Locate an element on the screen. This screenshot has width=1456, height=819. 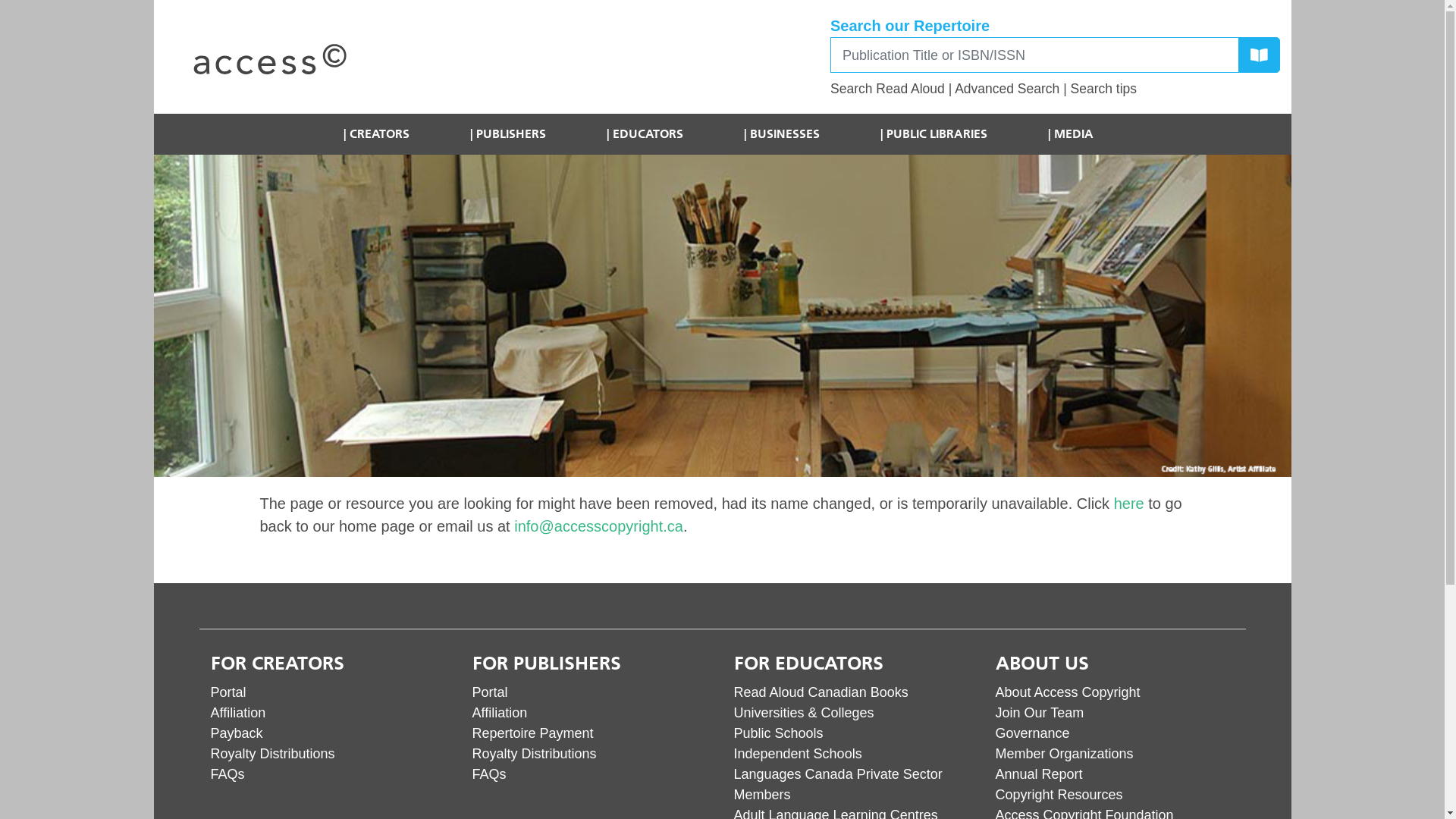
'Search Read Aloud' is located at coordinates (887, 88).